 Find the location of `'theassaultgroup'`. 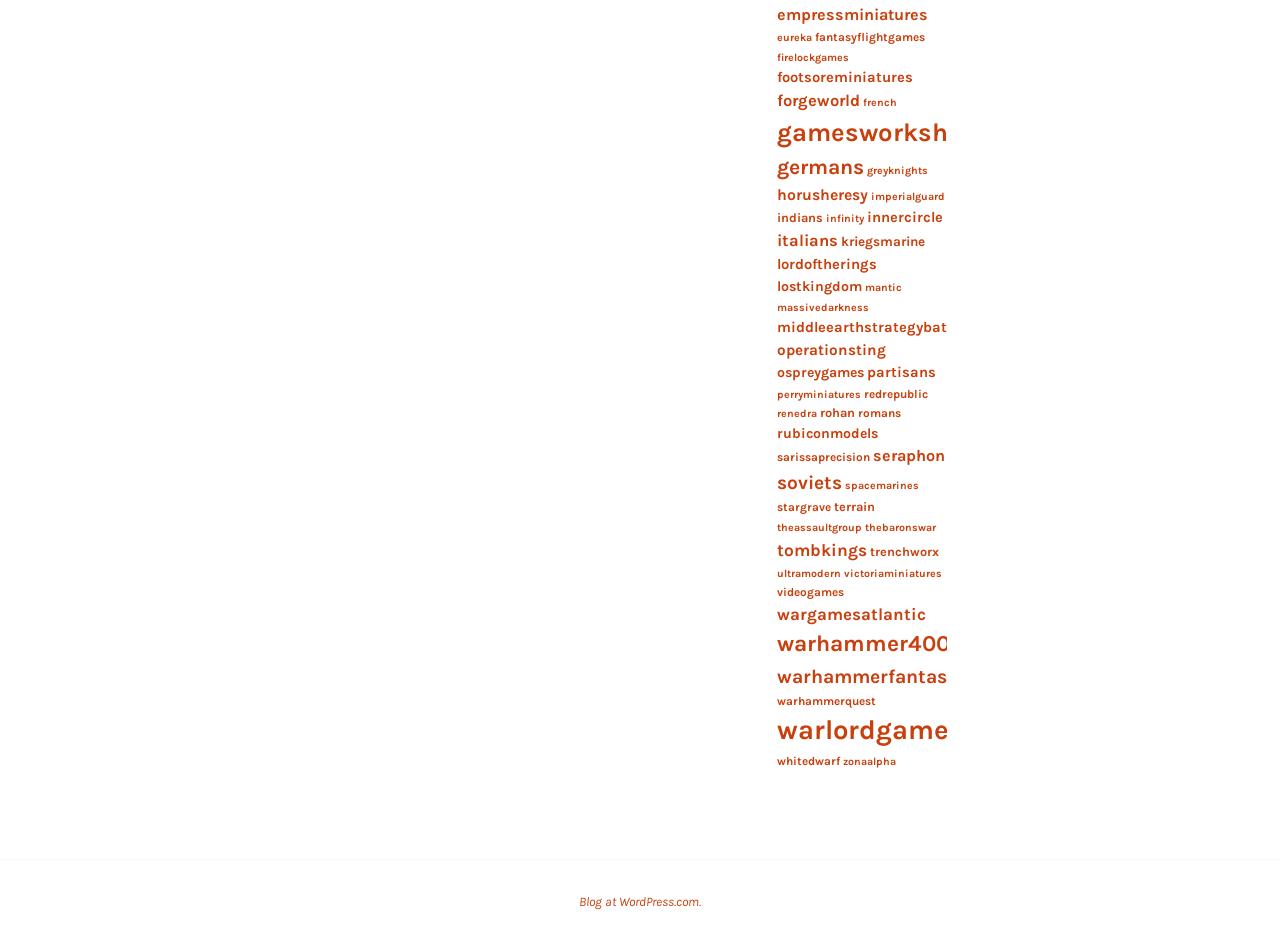

'theassaultgroup' is located at coordinates (818, 527).